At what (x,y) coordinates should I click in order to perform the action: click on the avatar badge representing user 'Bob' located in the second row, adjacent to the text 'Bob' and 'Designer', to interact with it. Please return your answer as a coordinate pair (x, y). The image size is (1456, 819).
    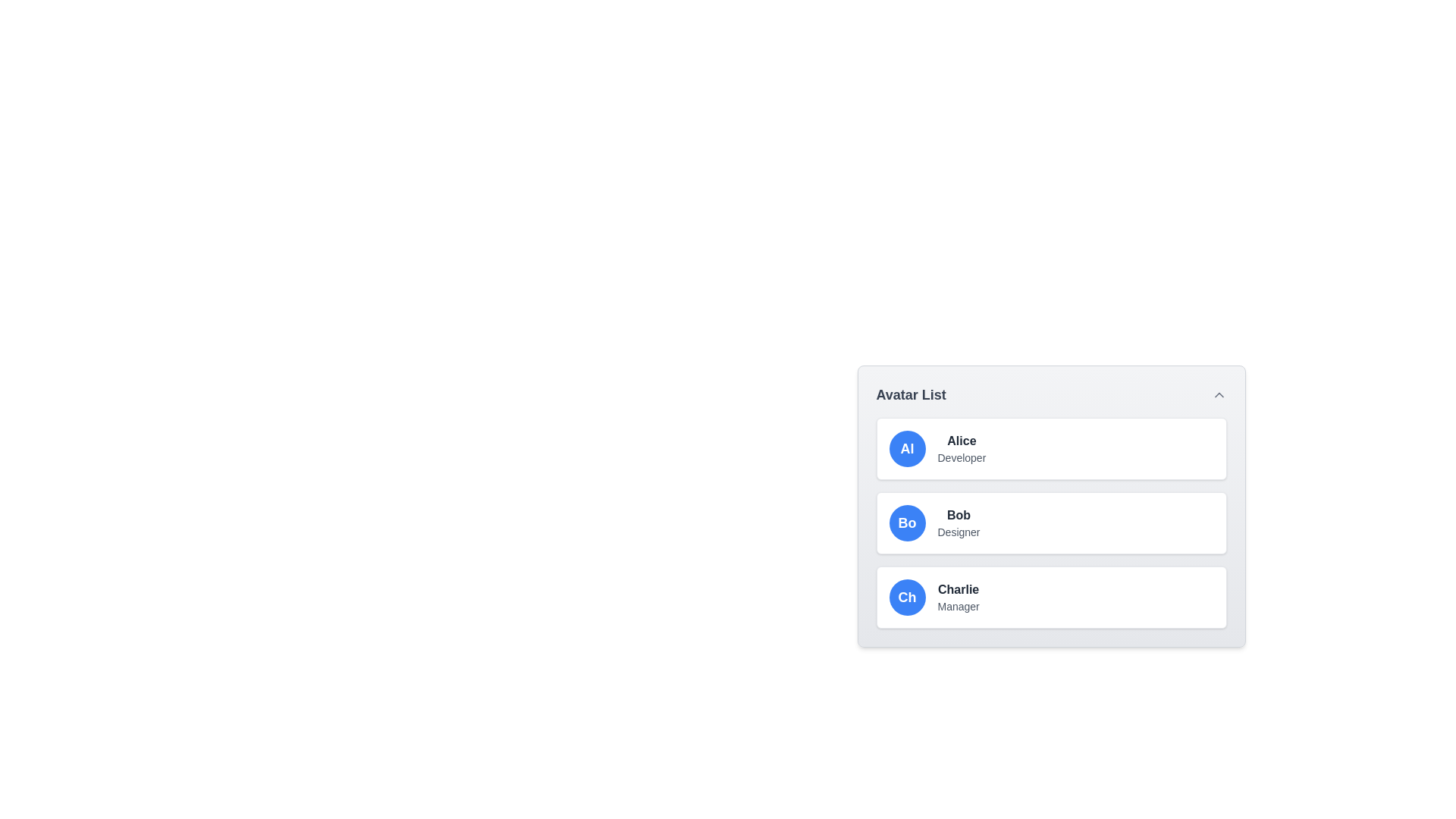
    Looking at the image, I should click on (907, 522).